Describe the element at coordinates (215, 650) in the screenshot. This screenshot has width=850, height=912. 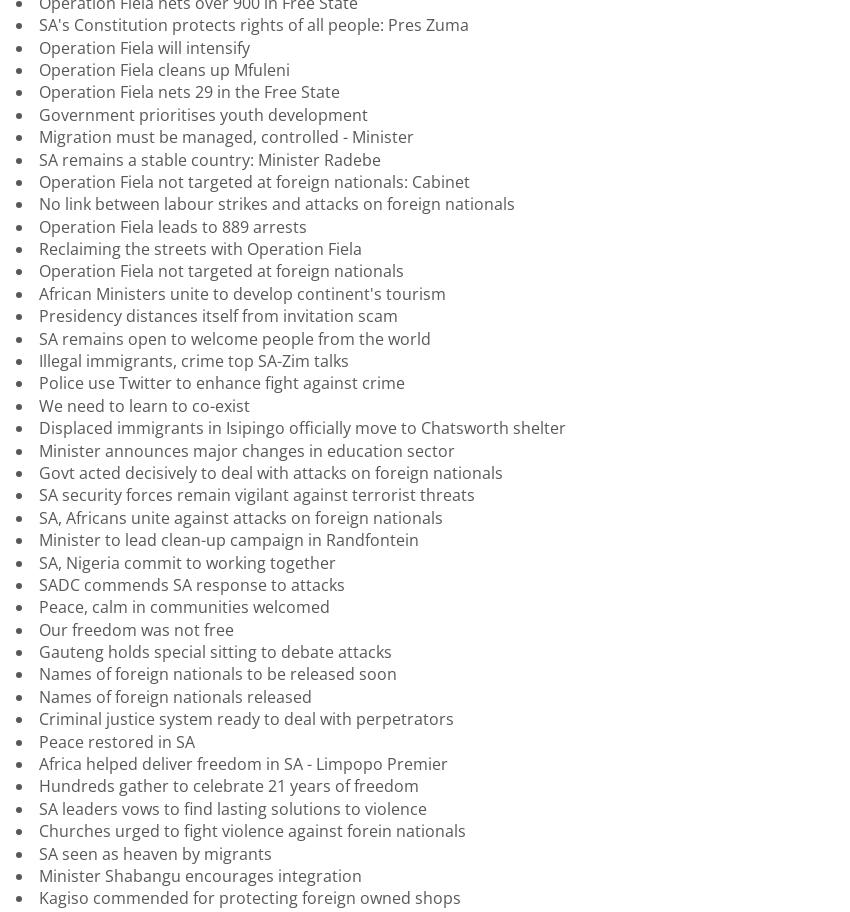
I see `'Gauteng holds special sitting to debate attacks'` at that location.